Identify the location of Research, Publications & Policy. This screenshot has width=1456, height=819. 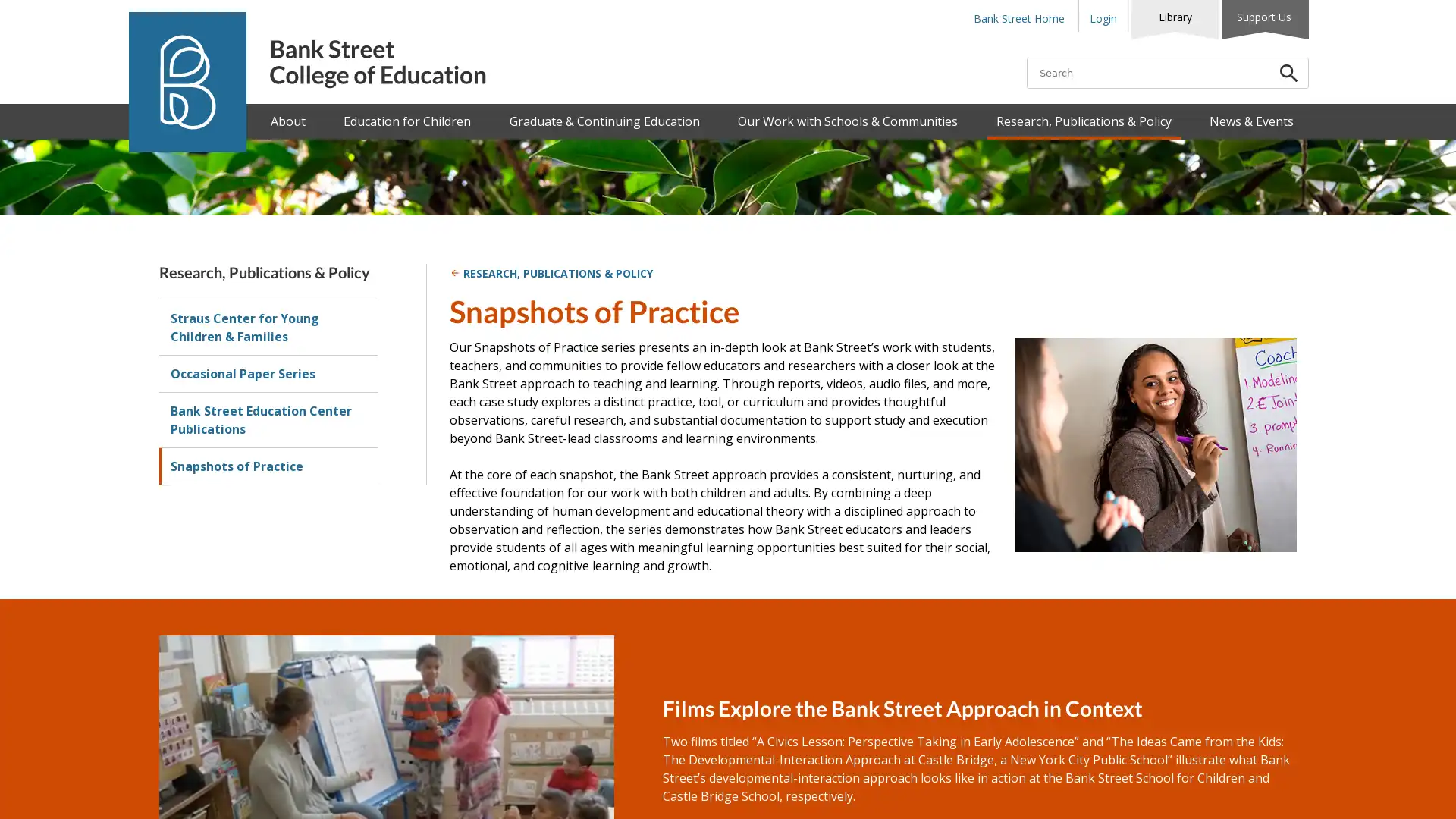
(1082, 121).